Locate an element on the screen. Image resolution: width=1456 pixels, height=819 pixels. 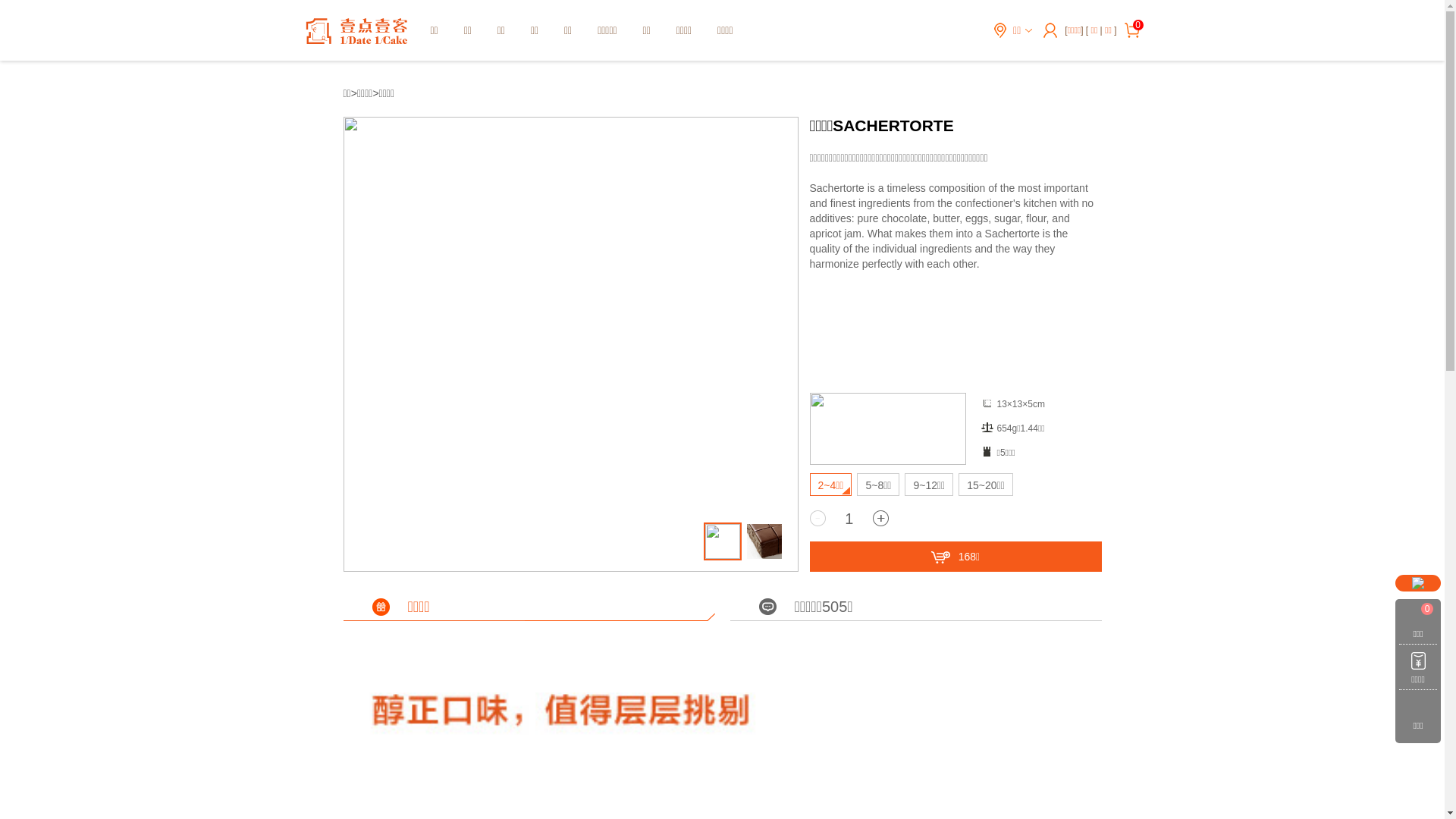
'0' is located at coordinates (1137, 25).